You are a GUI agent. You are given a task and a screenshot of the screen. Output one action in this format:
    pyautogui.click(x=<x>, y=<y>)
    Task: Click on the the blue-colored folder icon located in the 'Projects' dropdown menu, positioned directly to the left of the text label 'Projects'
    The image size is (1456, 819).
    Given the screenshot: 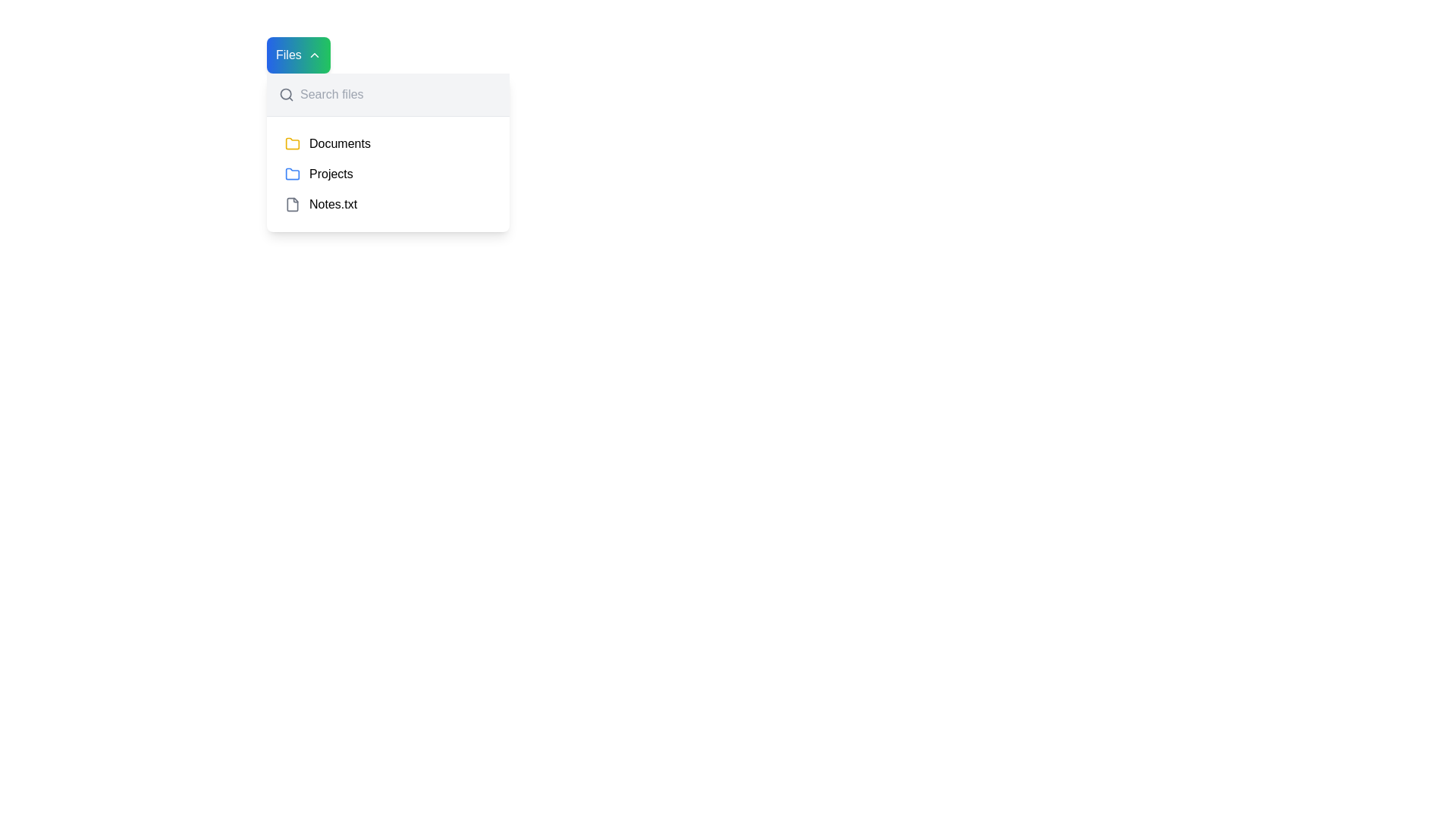 What is the action you would take?
    pyautogui.click(x=292, y=174)
    